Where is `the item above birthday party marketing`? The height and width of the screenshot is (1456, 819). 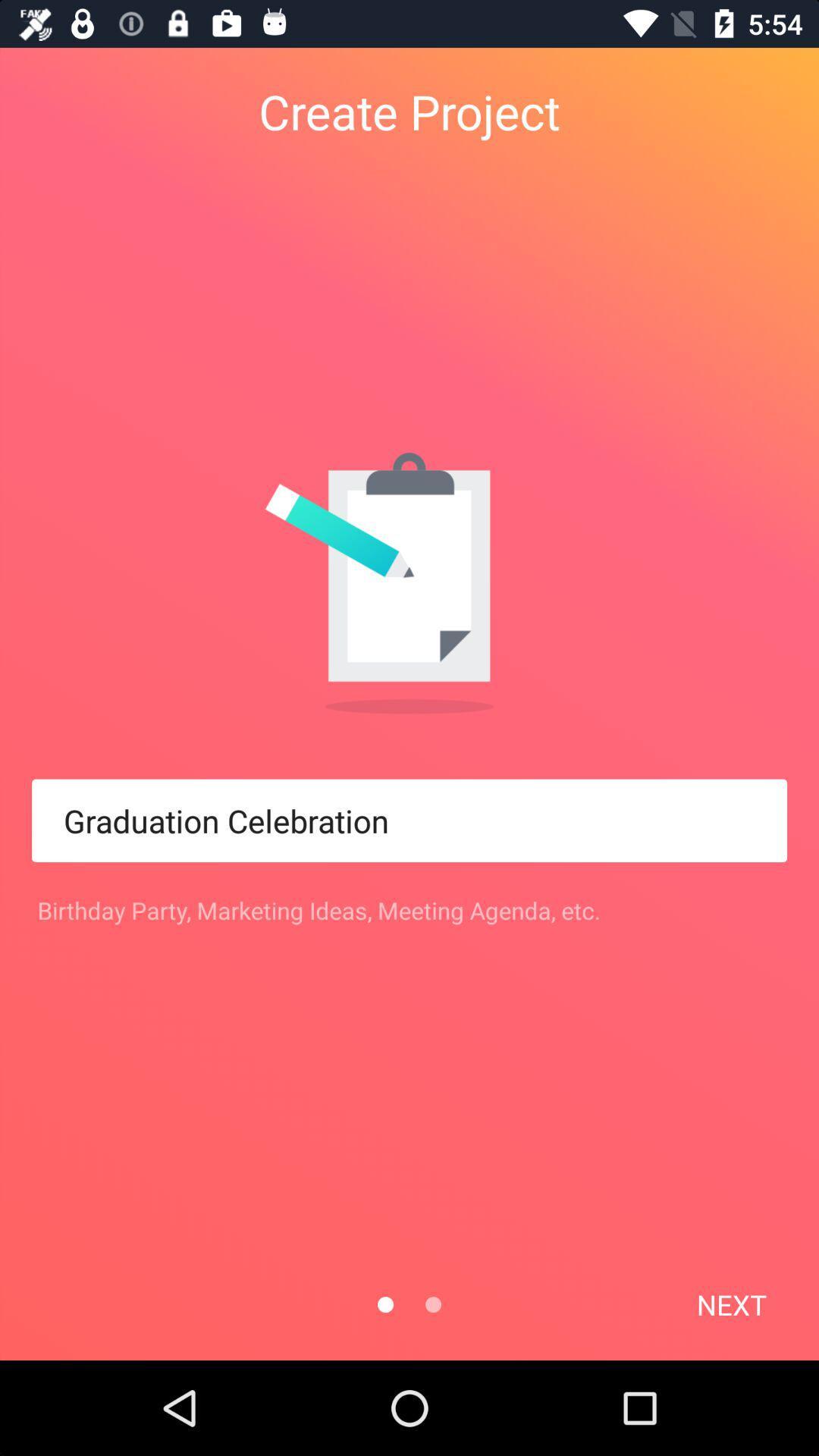
the item above birthday party marketing is located at coordinates (409, 820).